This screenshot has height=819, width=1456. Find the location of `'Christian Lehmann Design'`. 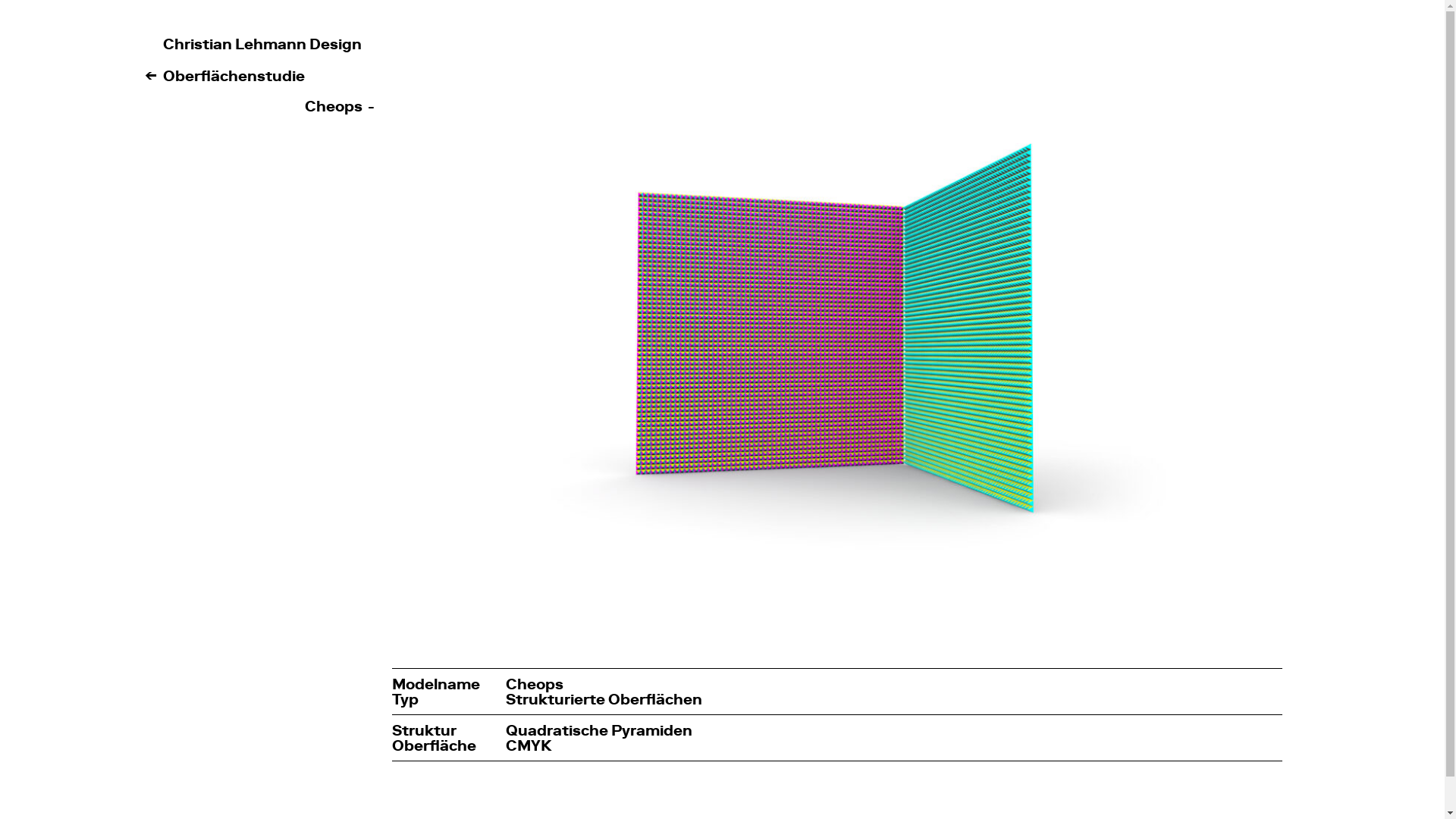

'Christian Lehmann Design' is located at coordinates (262, 42).